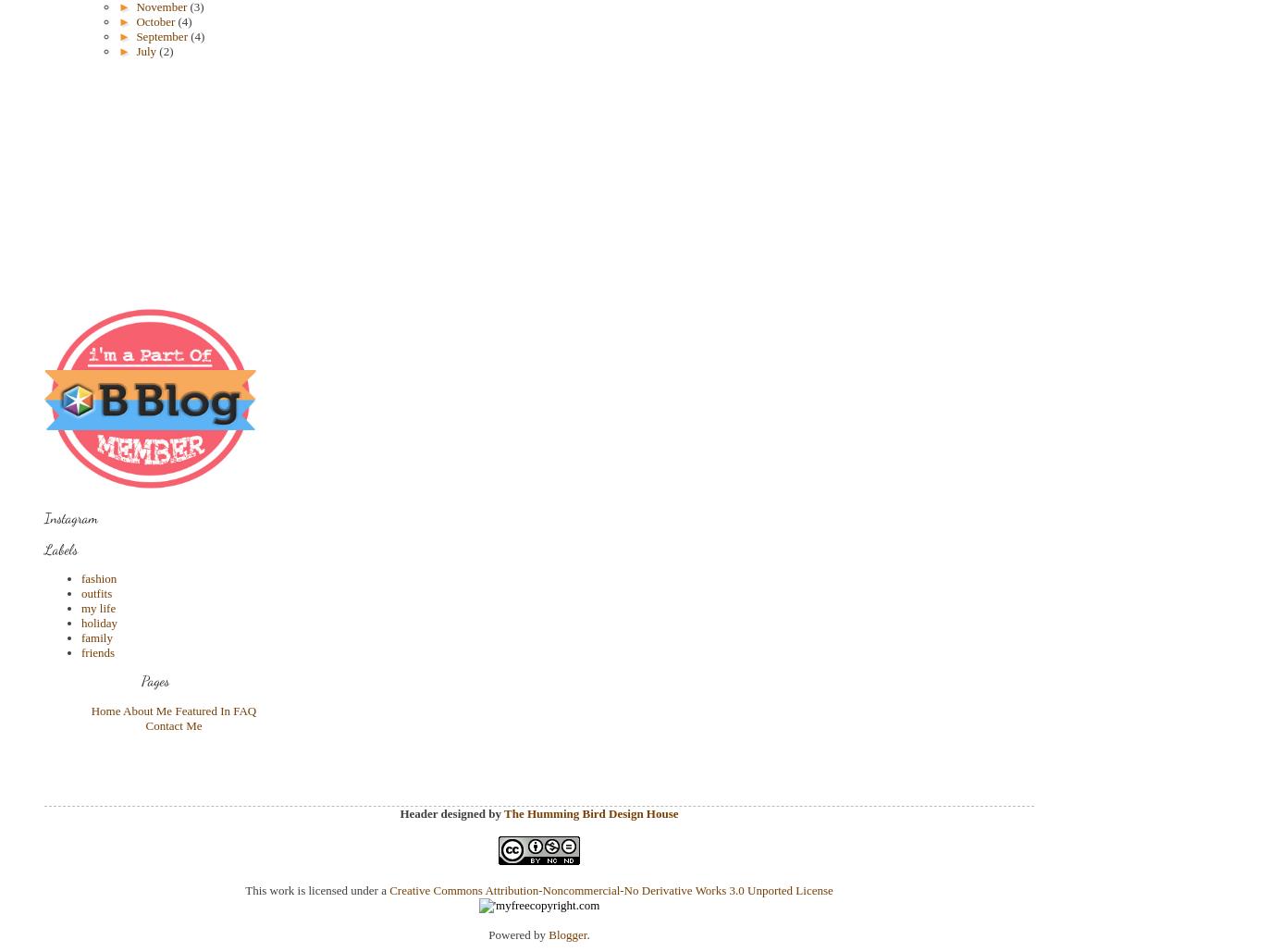 The image size is (1271, 952). What do you see at coordinates (59, 549) in the screenshot?
I see `'Labels'` at bounding box center [59, 549].